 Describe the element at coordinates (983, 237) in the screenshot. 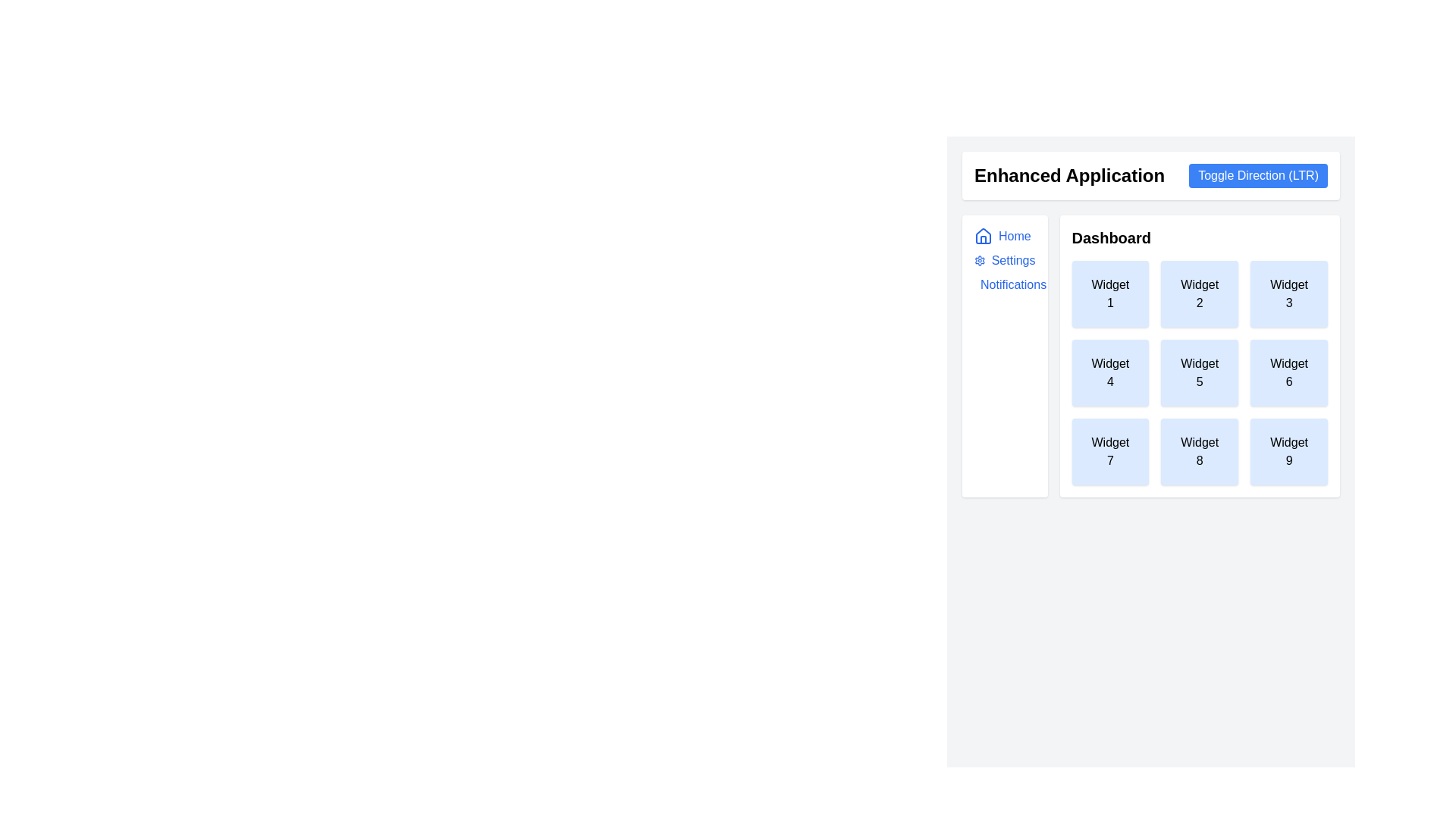

I see `the 'Home' icon located at the top-left corner of the navigation menu, which is represented by a house icon` at that location.